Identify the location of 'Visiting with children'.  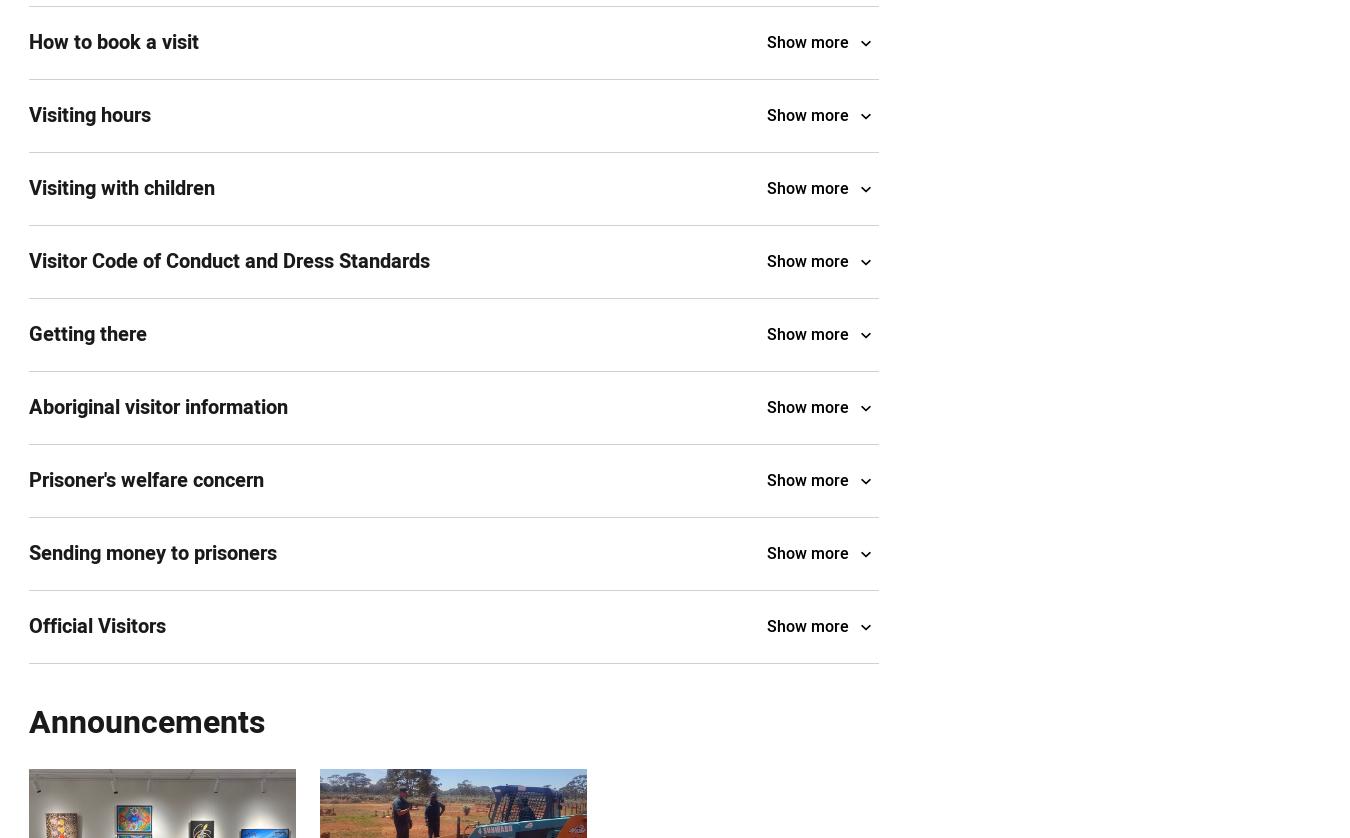
(122, 188).